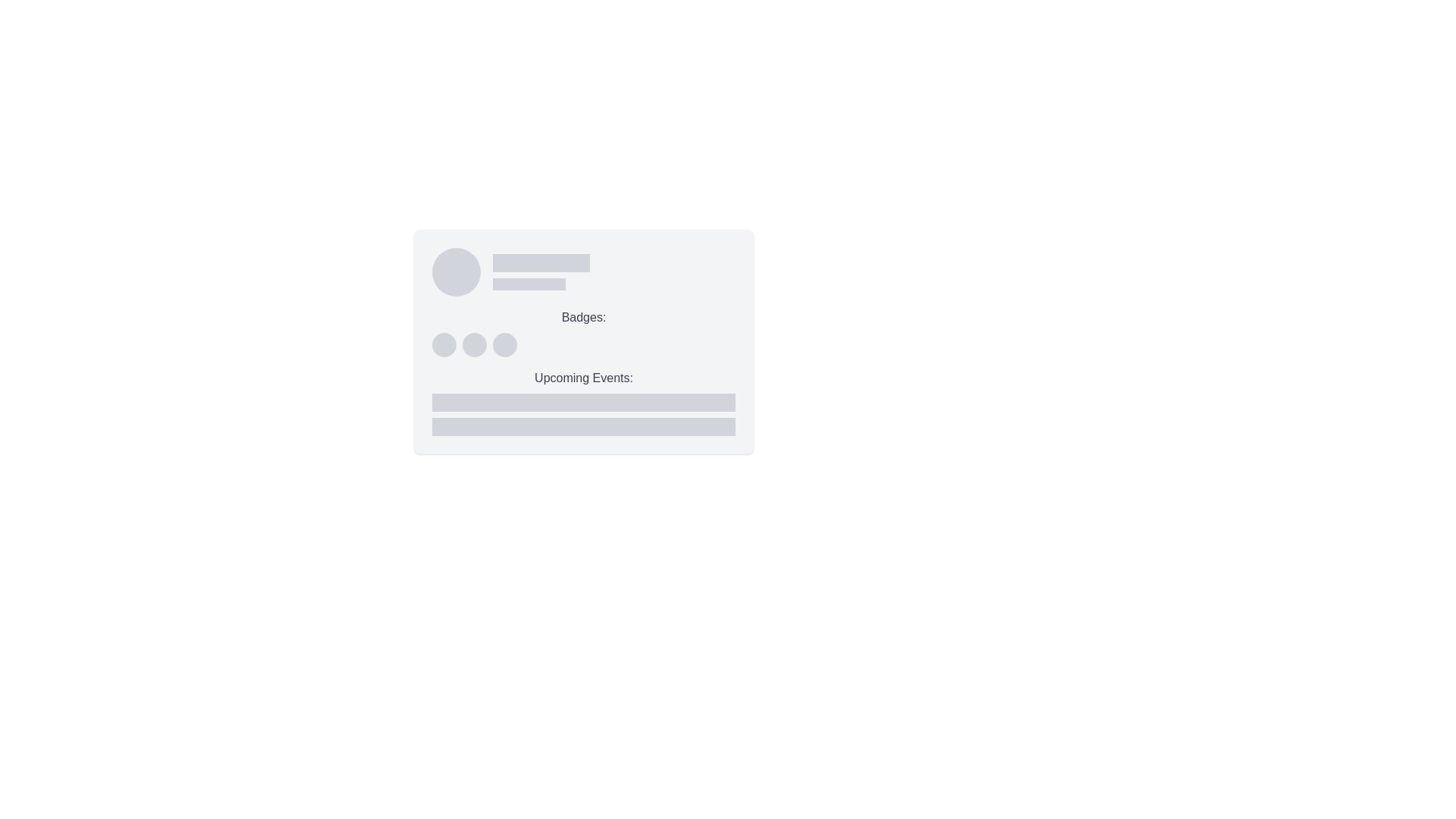 Image resolution: width=1456 pixels, height=819 pixels. Describe the element at coordinates (582, 377) in the screenshot. I see `the text label displaying 'Upcoming Events:' which is styled in gray and positioned between 'Badges:' and upcoming event entries` at that location.